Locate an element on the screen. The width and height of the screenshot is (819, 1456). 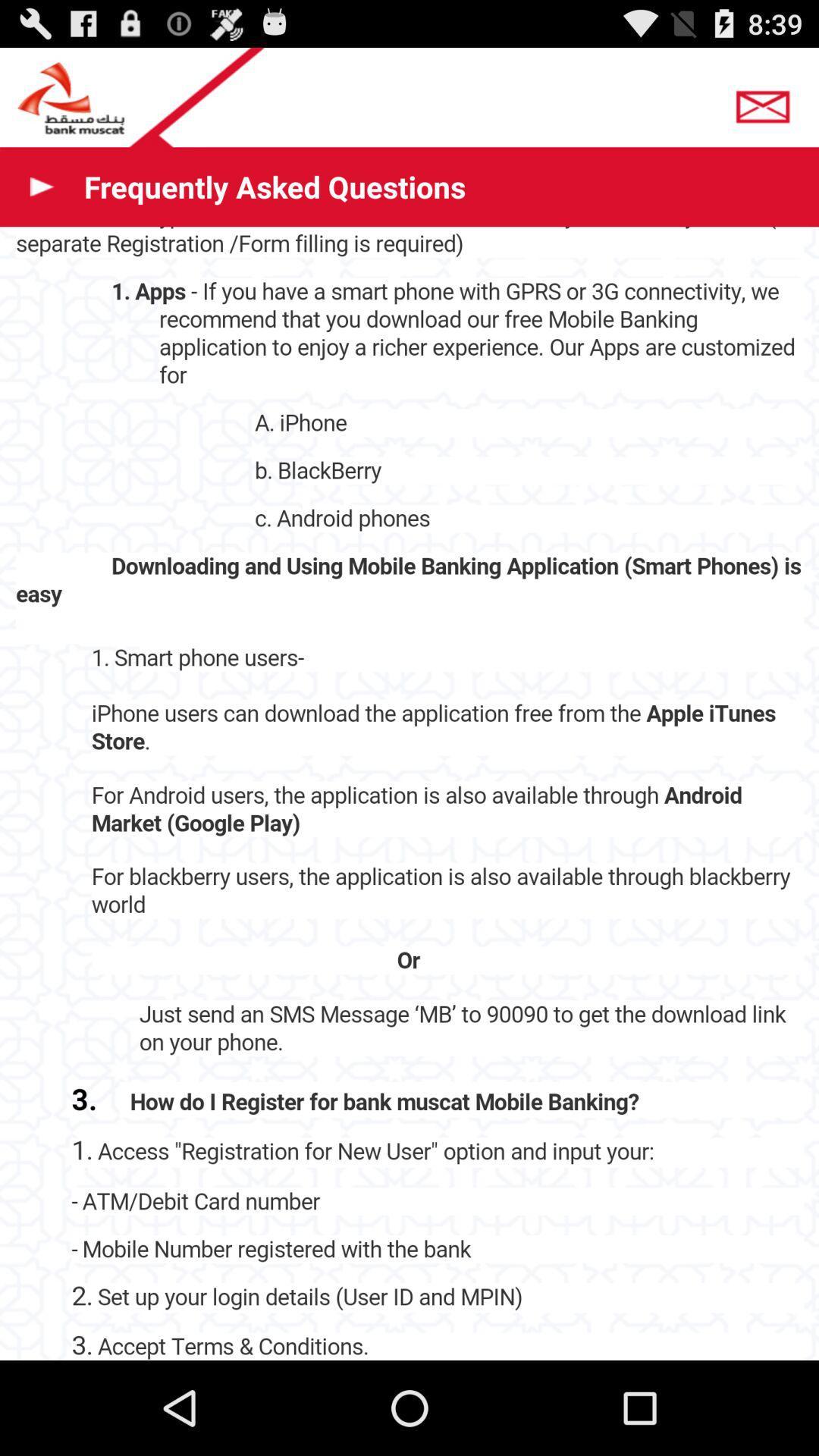
mail button is located at coordinates (767, 101).